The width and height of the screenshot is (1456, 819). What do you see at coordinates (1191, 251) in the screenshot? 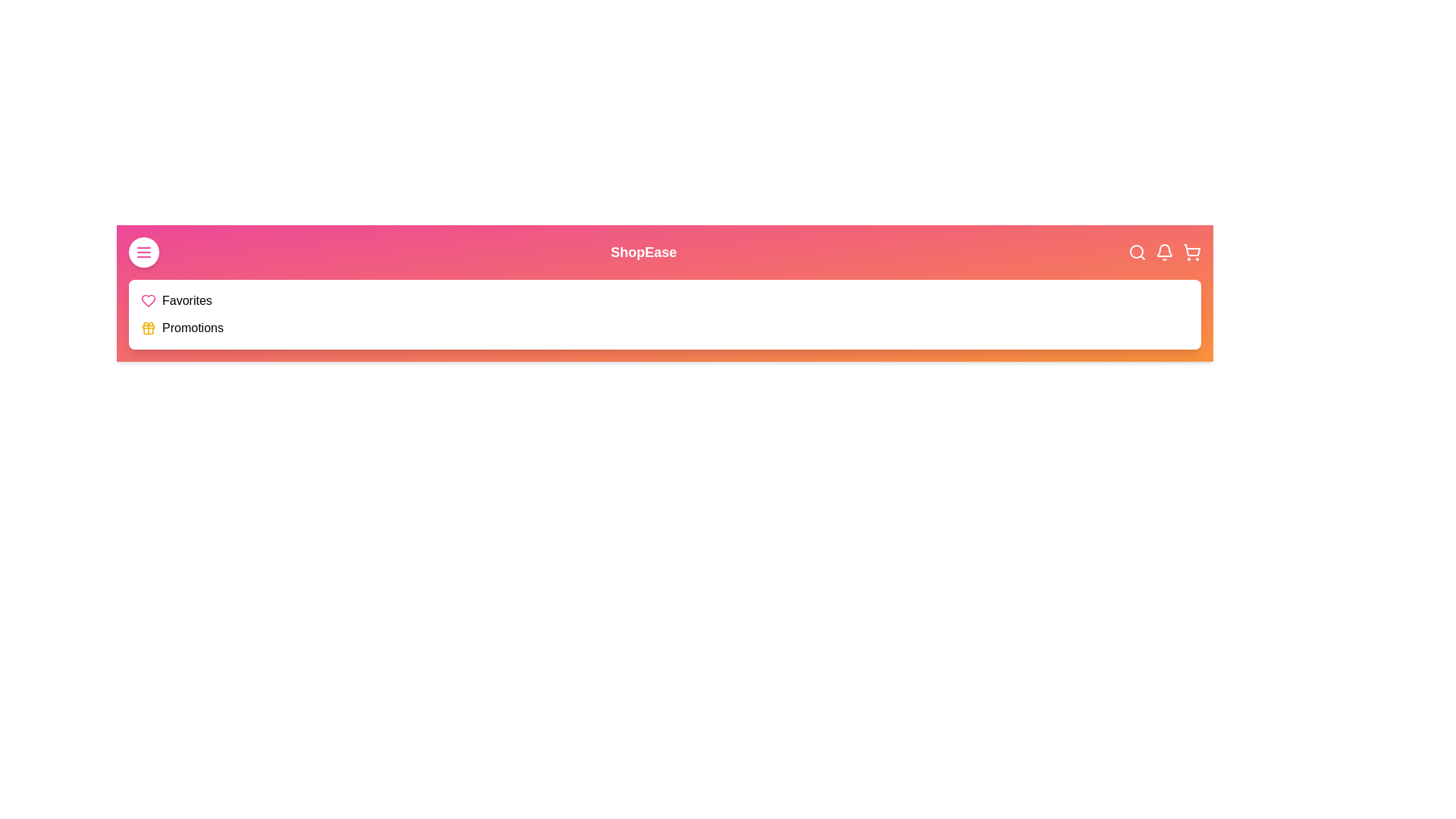
I see `the shopping cart icon to view the cart` at bounding box center [1191, 251].